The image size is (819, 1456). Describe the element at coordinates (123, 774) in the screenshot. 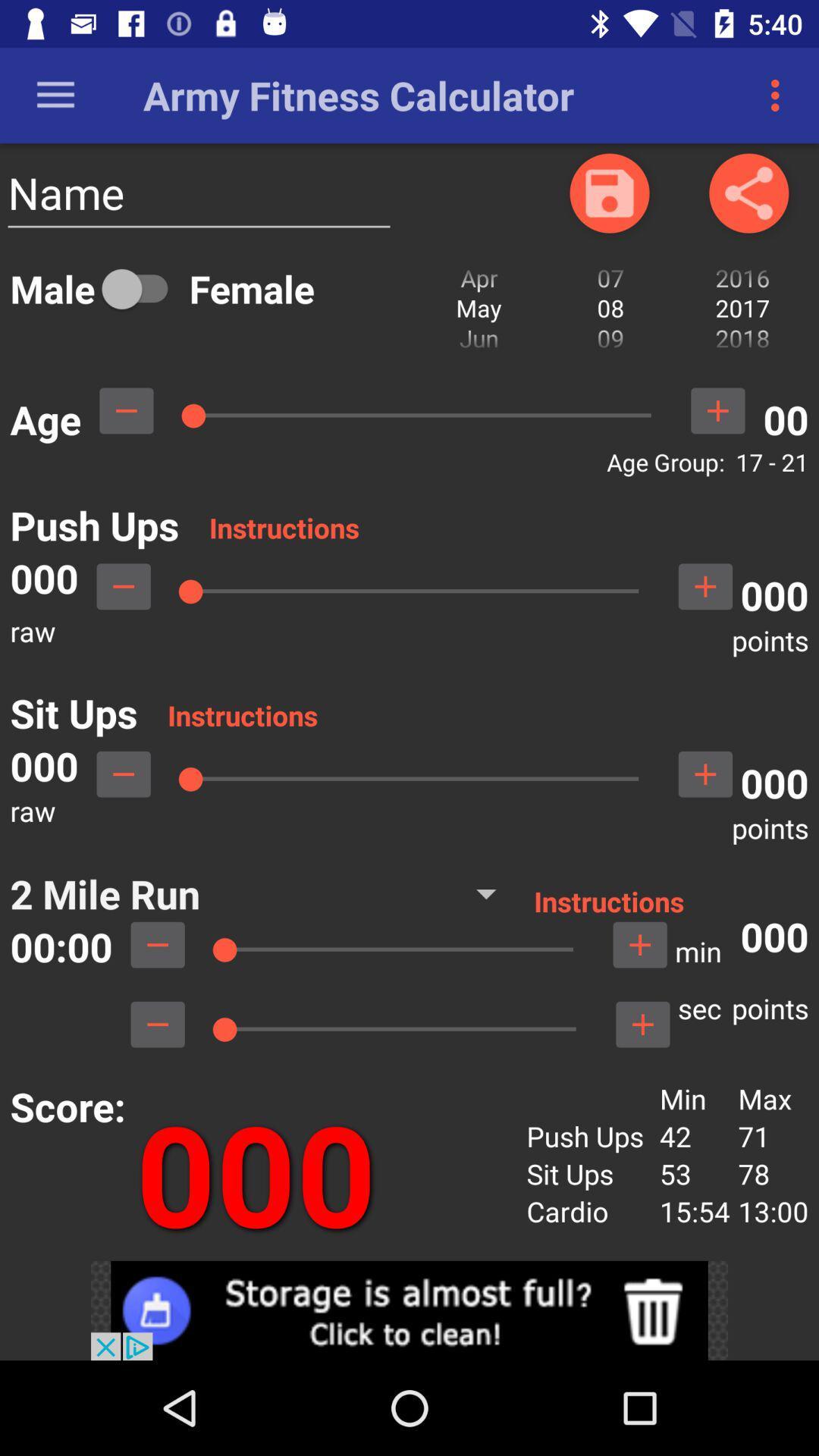

I see `the minus icon` at that location.